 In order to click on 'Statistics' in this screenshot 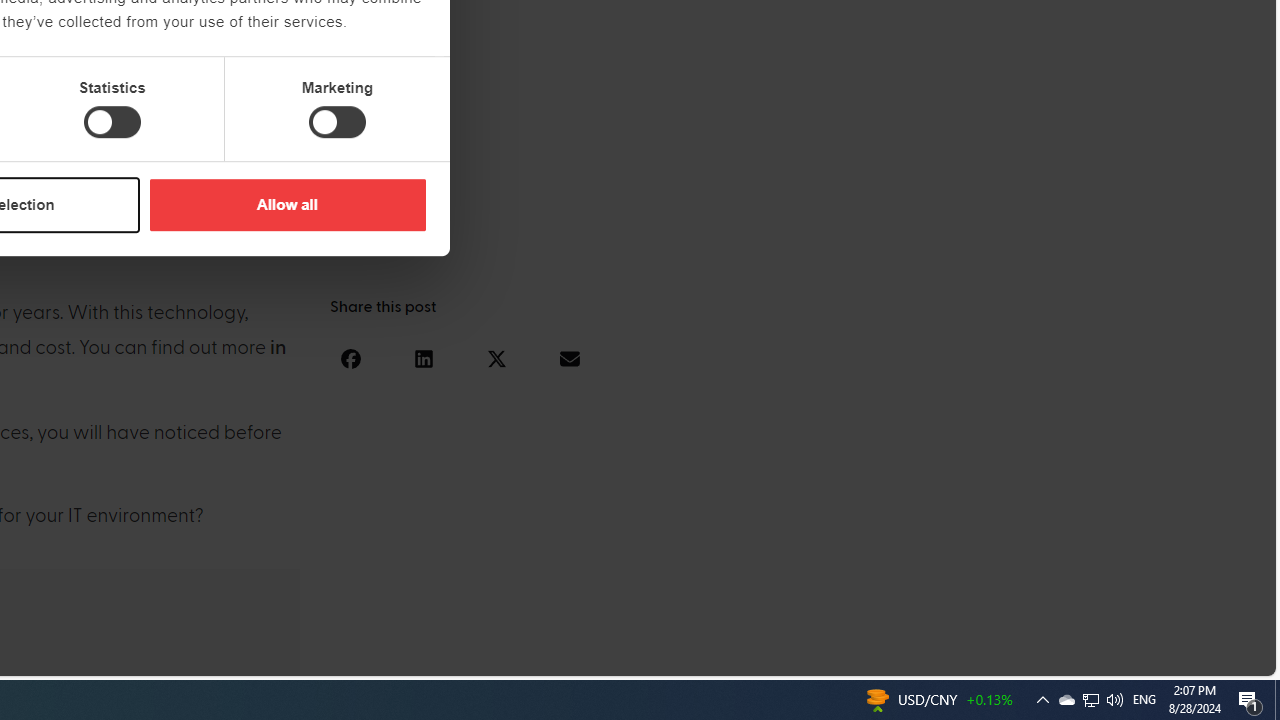, I will do `click(111, 122)`.